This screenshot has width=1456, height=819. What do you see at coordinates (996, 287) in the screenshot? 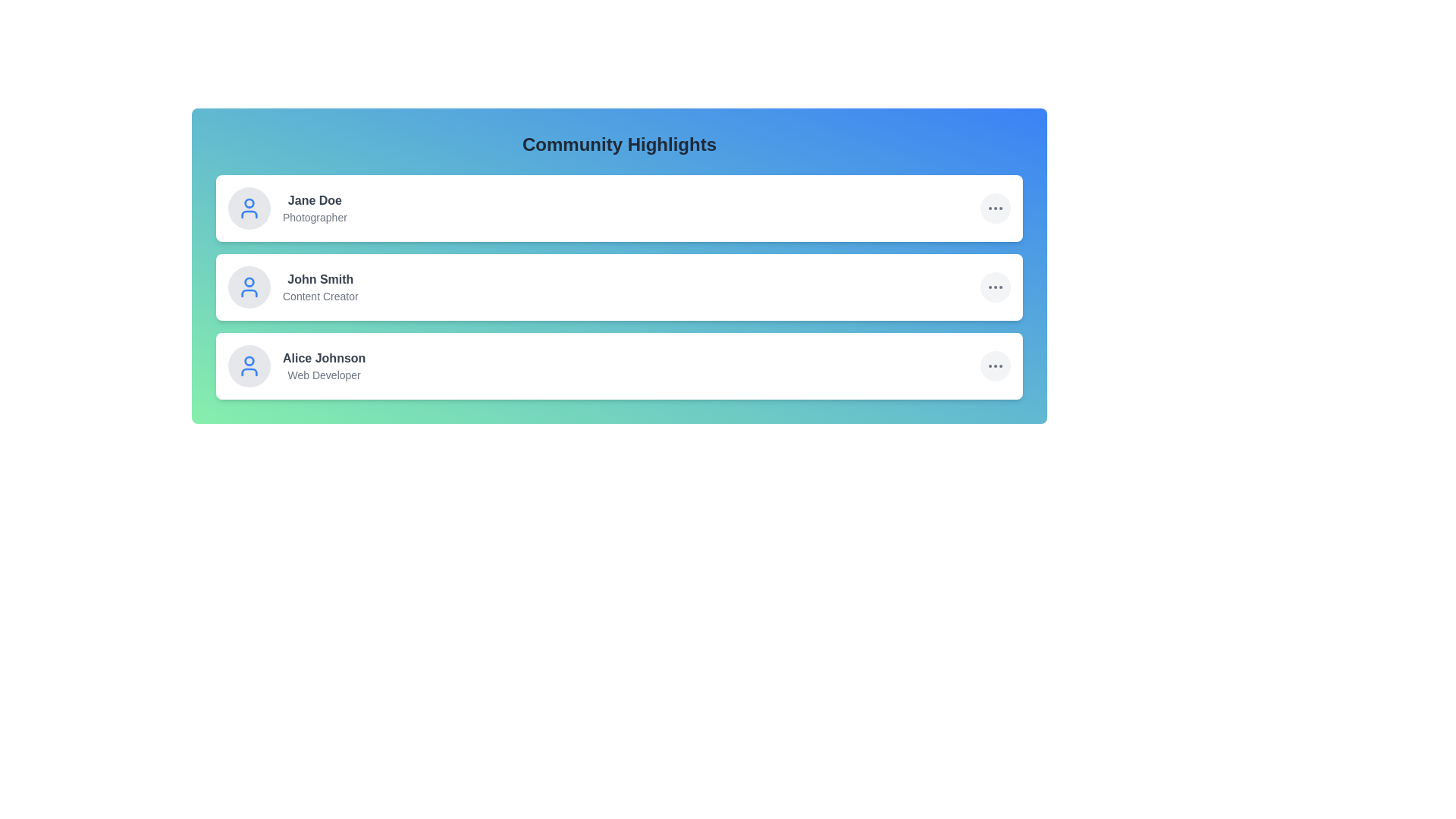
I see `the button with an ellipsis icon located at the far-right corner of the second card labeled 'John Smith Content Creator'` at bounding box center [996, 287].